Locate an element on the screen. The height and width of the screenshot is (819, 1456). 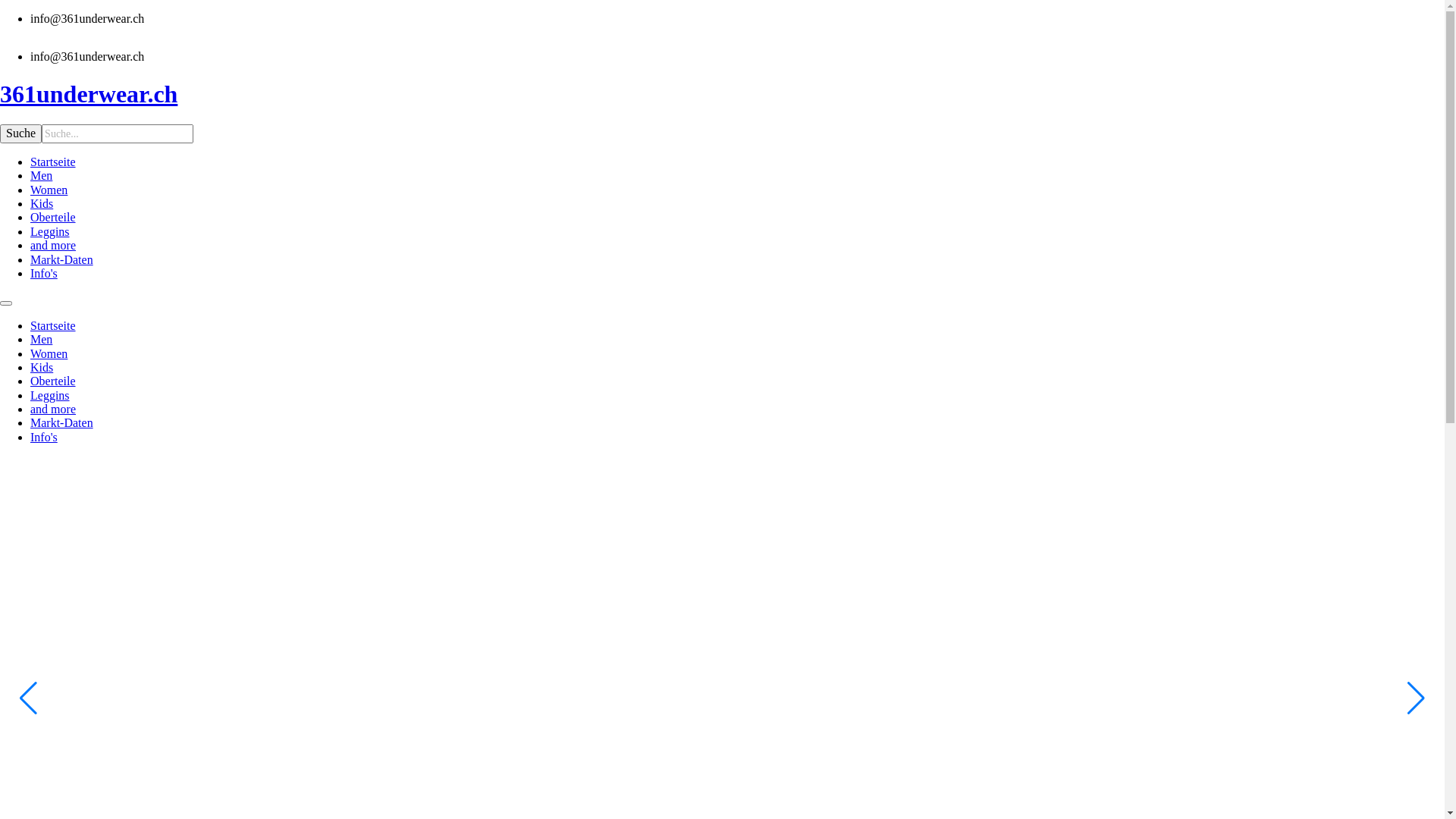
'Info's' is located at coordinates (43, 273).